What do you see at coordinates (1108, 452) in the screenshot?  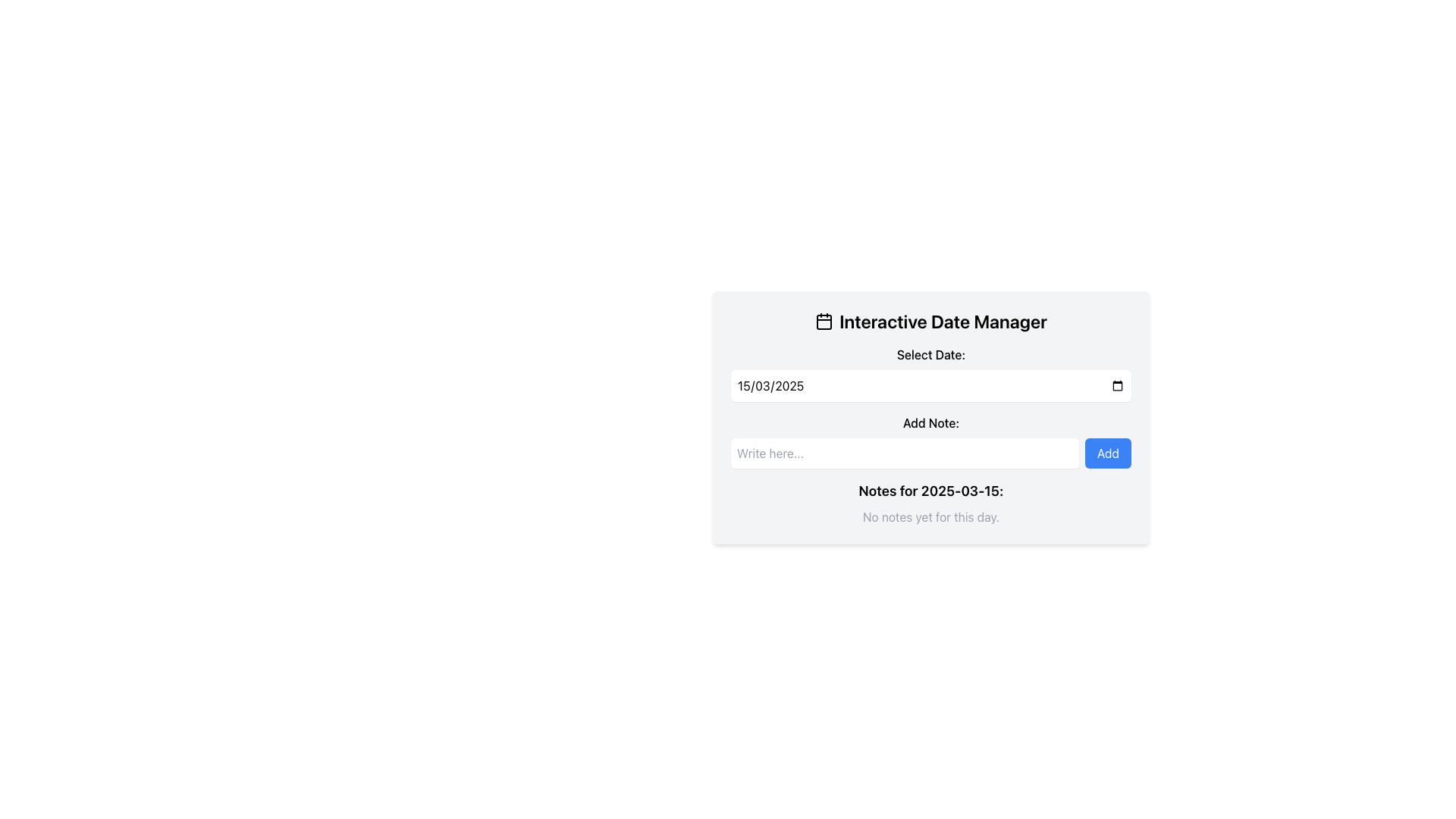 I see `the submit button located to the right of the 'Write here...' text input field in the 'Interactive Date Manager' module` at bounding box center [1108, 452].